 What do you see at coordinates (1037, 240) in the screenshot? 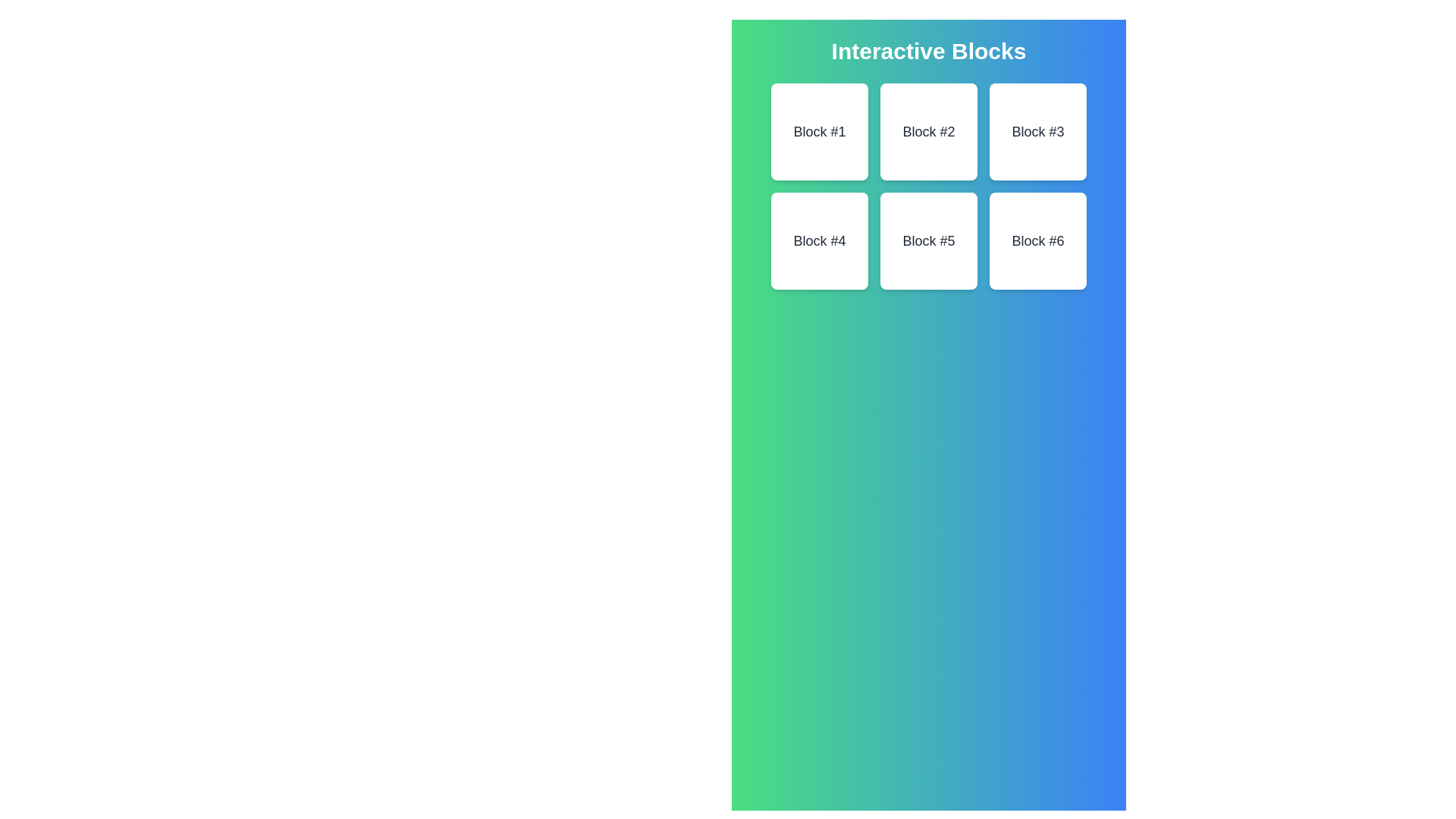
I see `the informational text label indicating 'Block #6' located in the bottom-right corner of the grid layout` at bounding box center [1037, 240].